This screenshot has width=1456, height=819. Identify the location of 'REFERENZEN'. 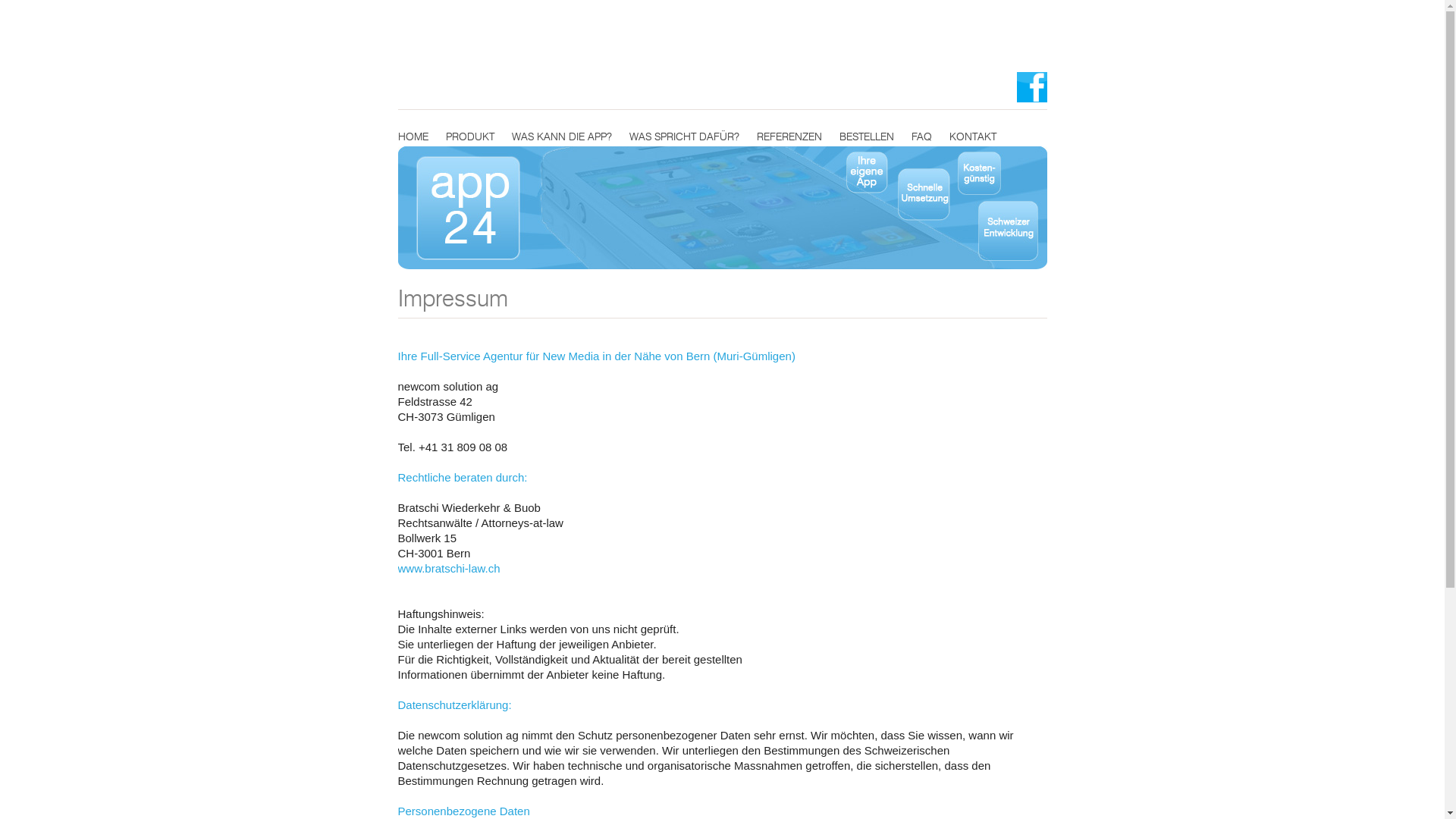
(757, 137).